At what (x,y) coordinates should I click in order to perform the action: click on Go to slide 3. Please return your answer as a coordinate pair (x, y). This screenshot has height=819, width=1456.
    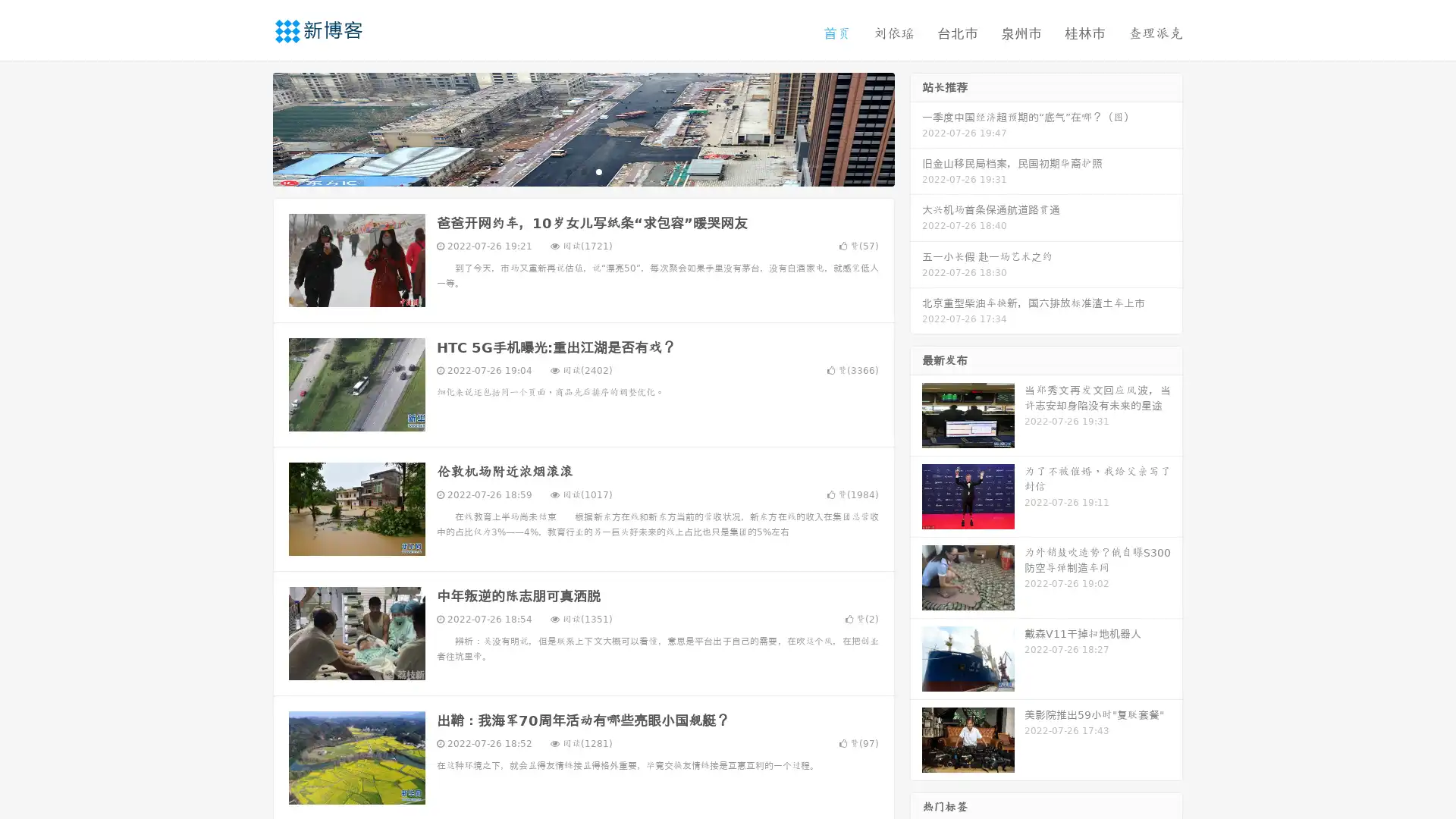
    Looking at the image, I should click on (598, 171).